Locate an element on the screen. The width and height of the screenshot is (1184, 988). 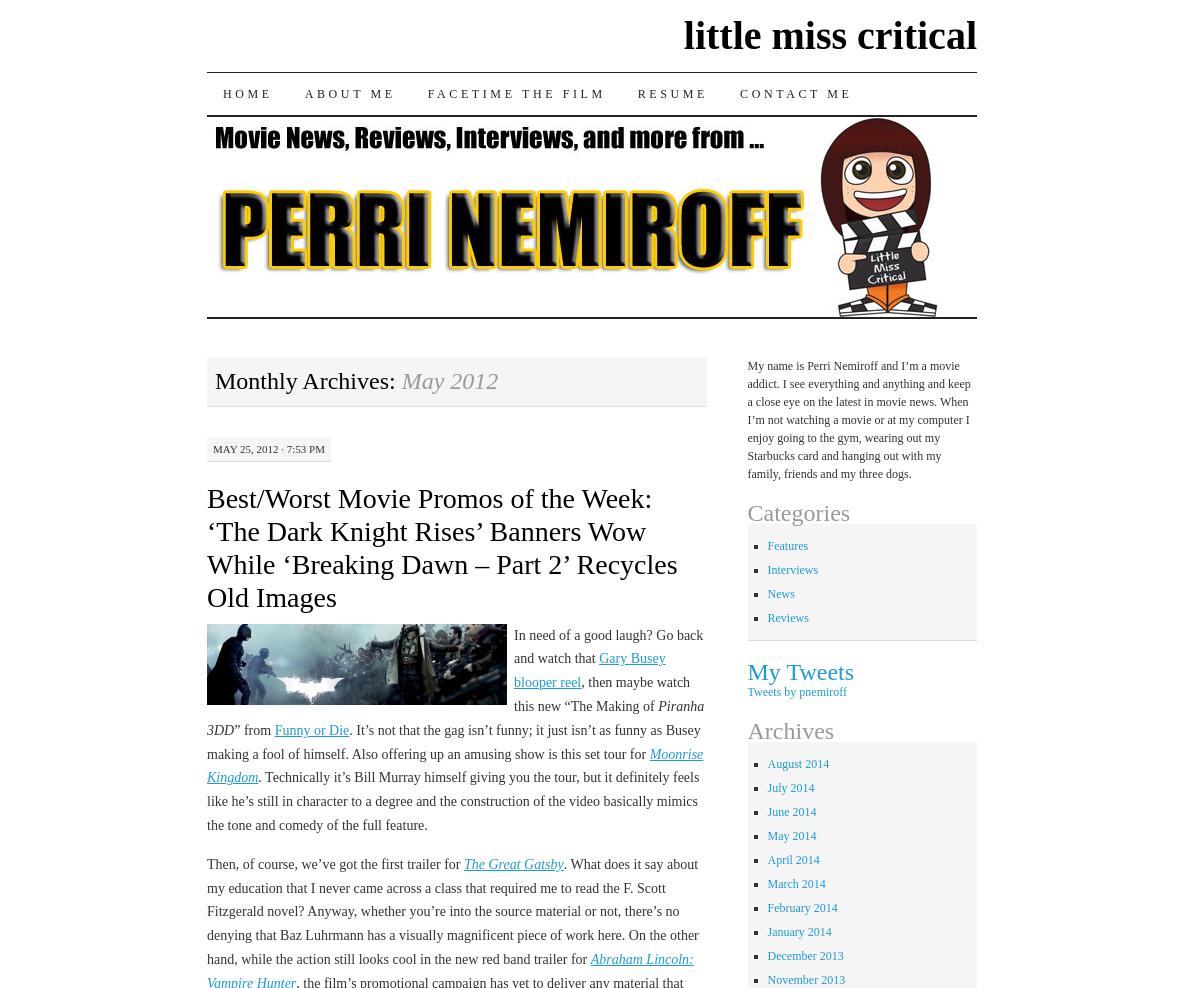
'Gary Busey blooper reel' is located at coordinates (512, 669).